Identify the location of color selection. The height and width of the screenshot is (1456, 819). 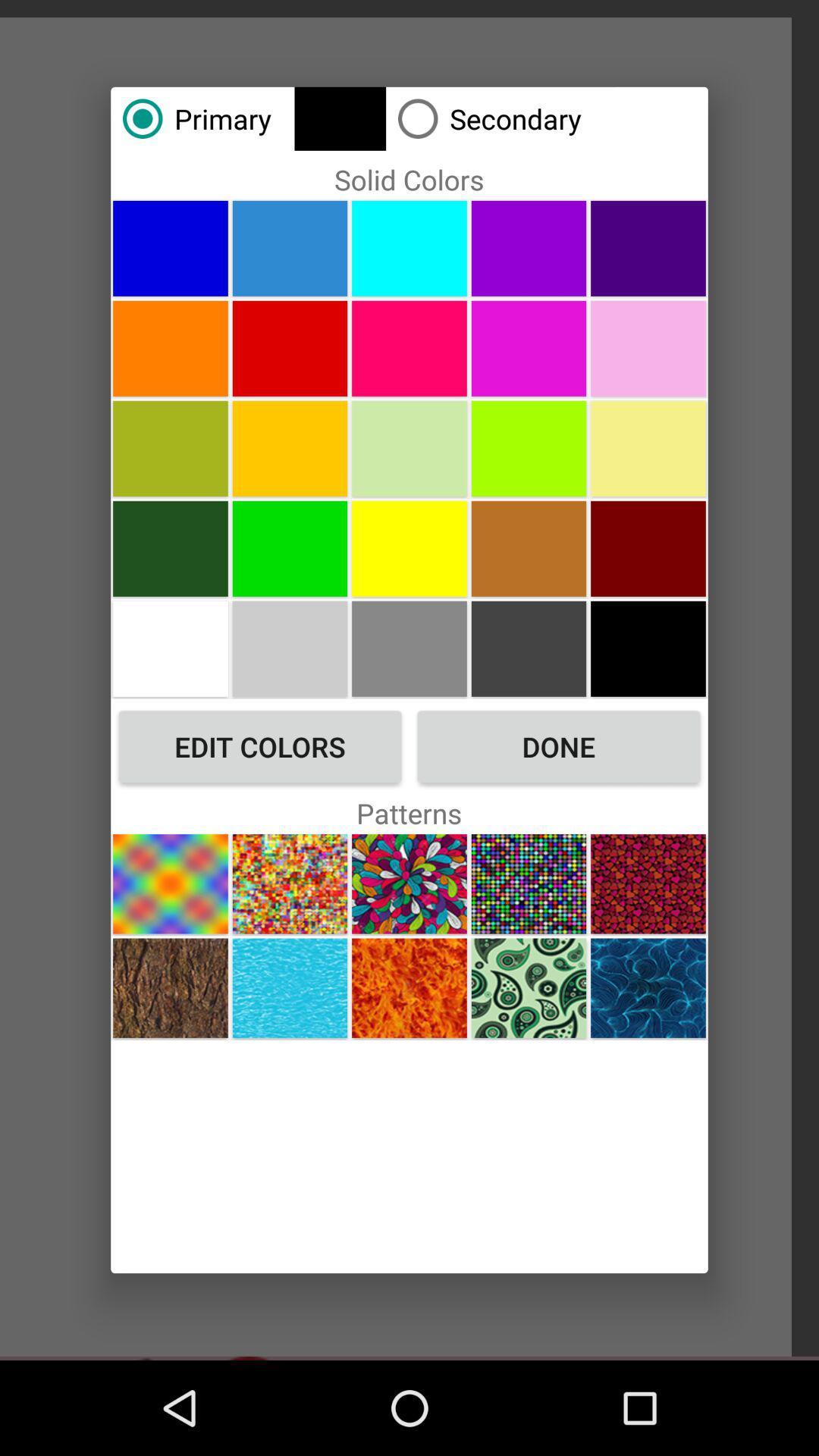
(290, 248).